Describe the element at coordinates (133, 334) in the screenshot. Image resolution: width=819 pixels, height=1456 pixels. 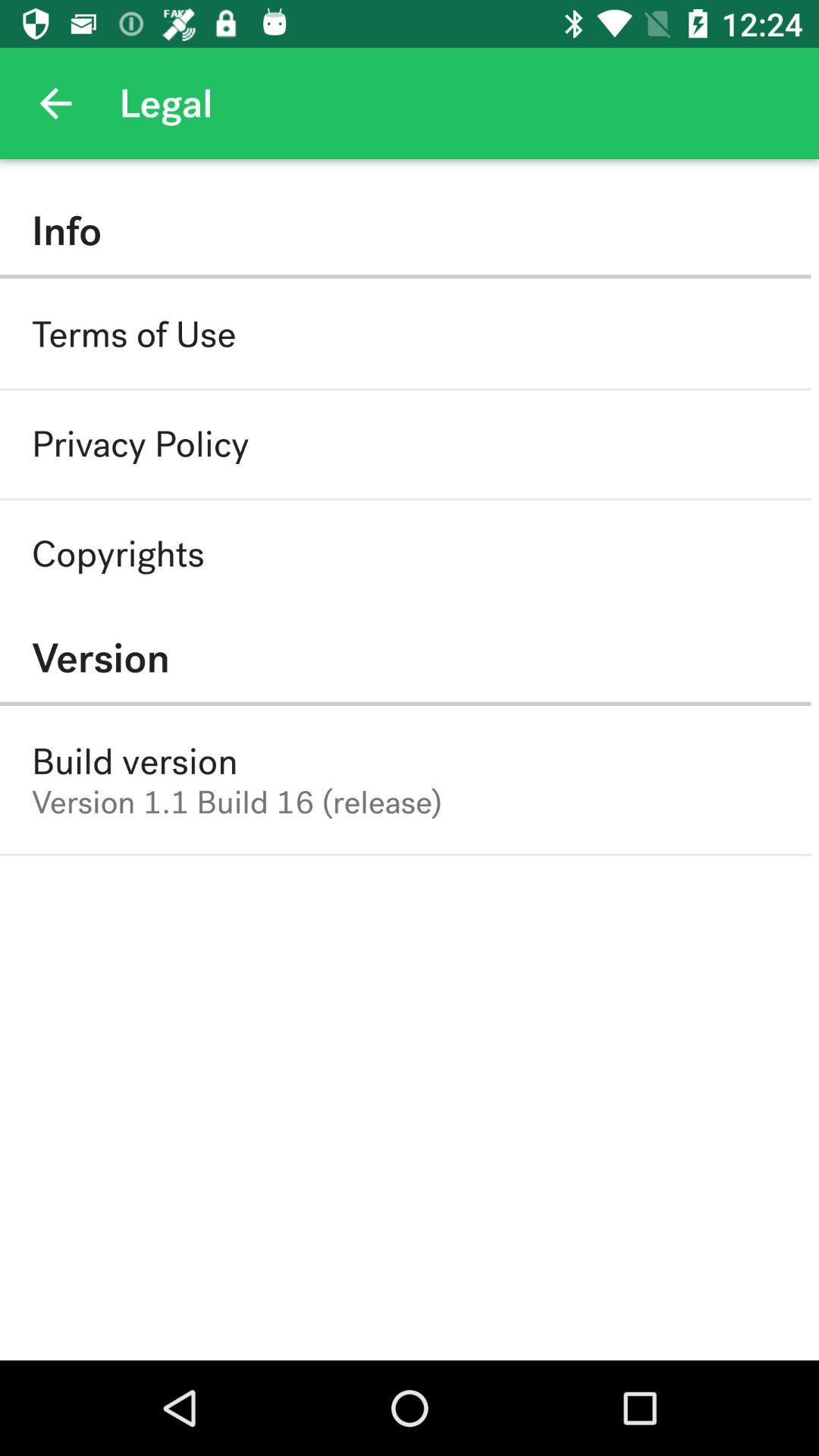
I see `terms of use icon` at that location.